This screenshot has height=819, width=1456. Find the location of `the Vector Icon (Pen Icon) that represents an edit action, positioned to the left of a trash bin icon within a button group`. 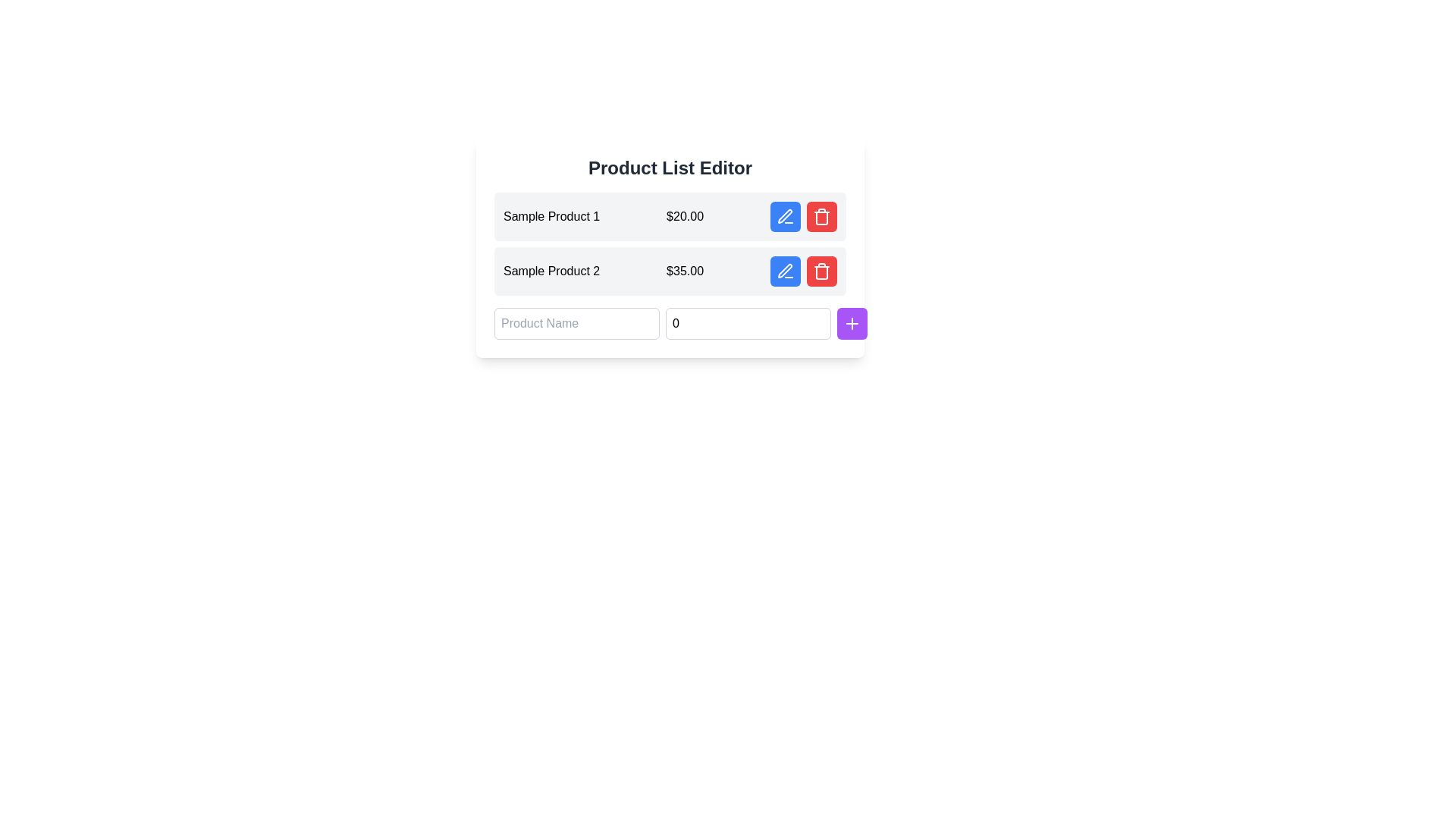

the Vector Icon (Pen Icon) that represents an edit action, positioned to the left of a trash bin icon within a button group is located at coordinates (785, 216).